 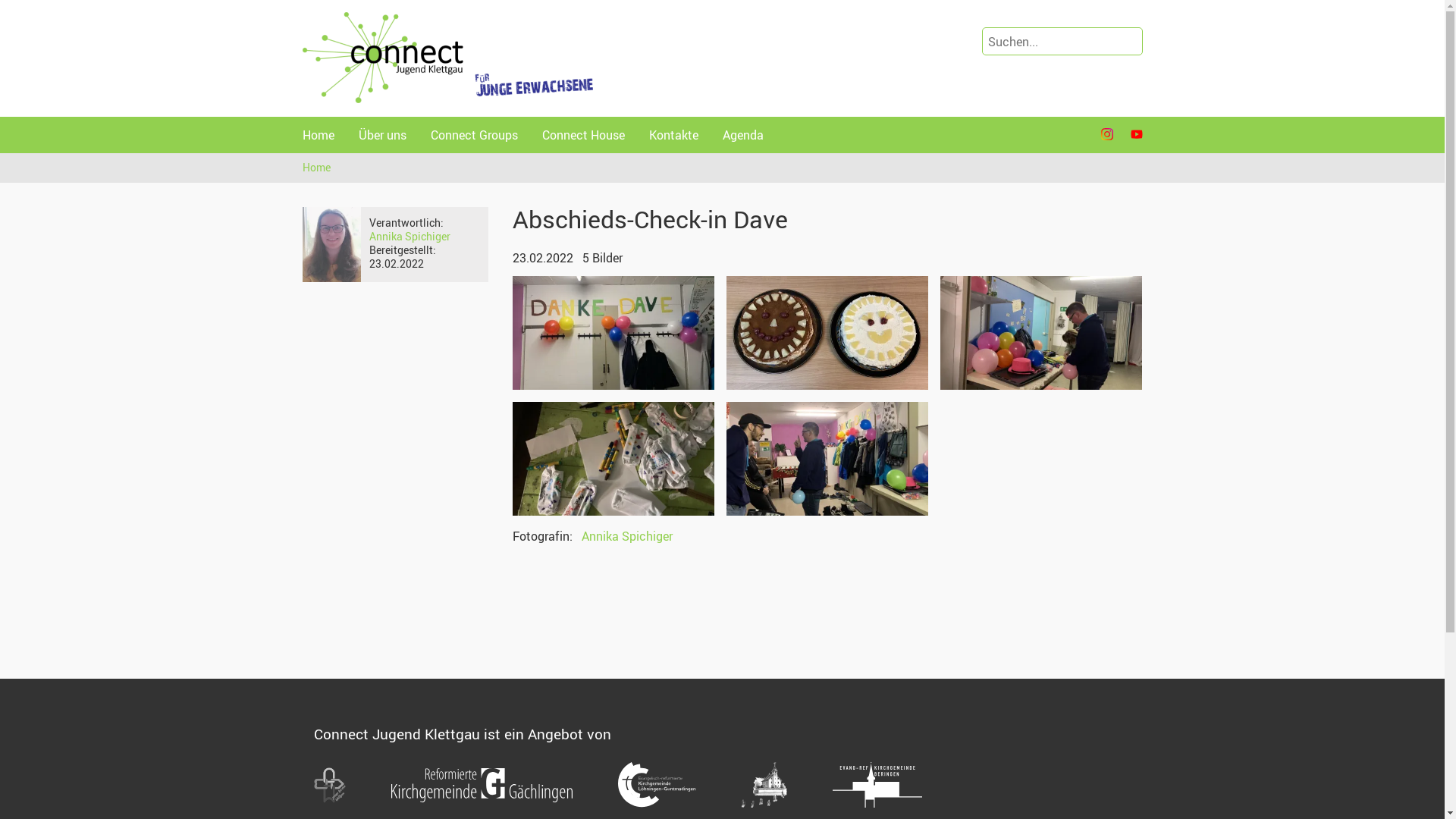 I want to click on 'Home', so click(x=316, y=167).